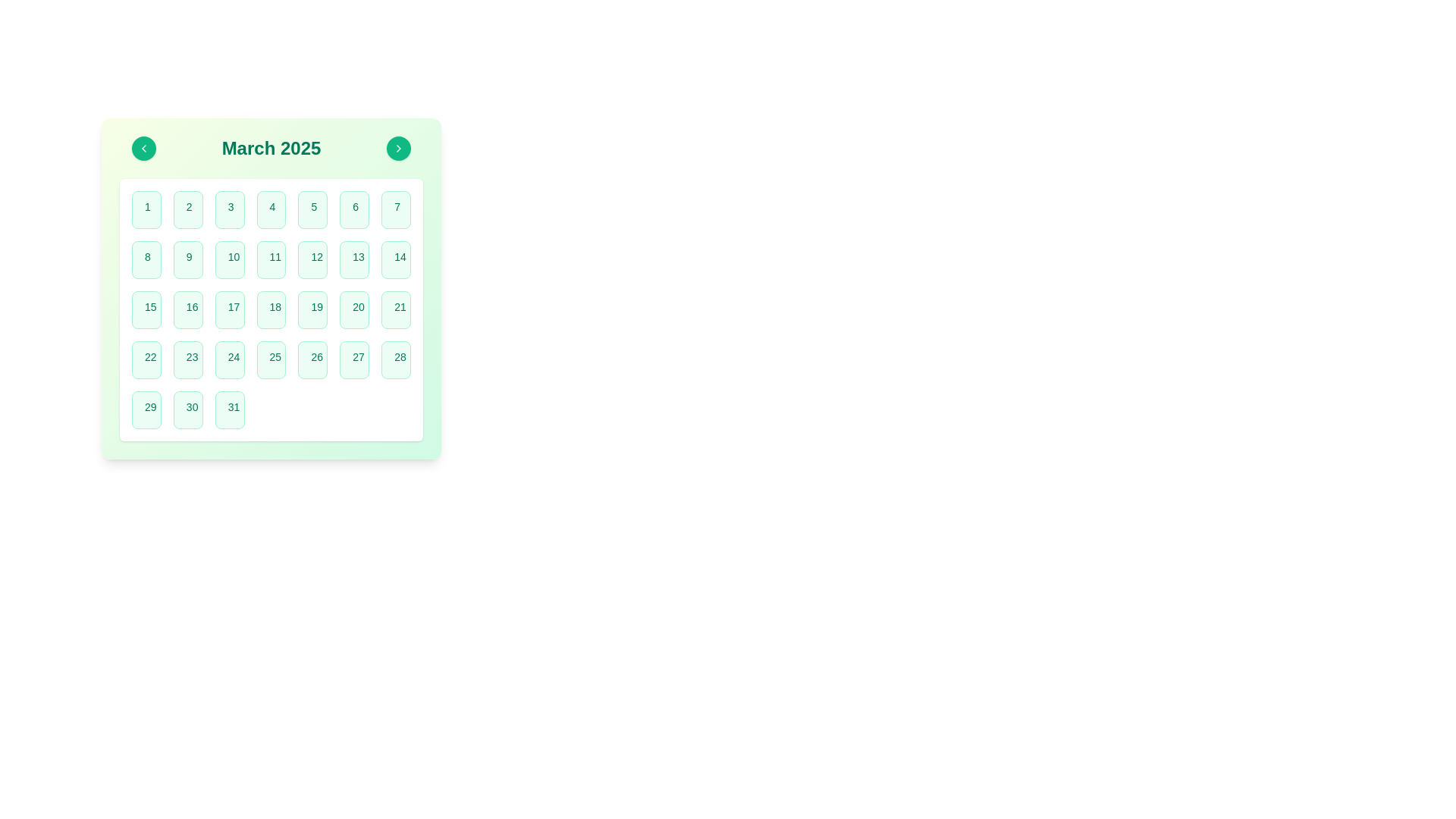 Image resolution: width=1456 pixels, height=819 pixels. I want to click on the static text label representing the 31st day in the calendar view for March 2025, located in the bottom-right cell of the calendar grid display, so click(233, 406).